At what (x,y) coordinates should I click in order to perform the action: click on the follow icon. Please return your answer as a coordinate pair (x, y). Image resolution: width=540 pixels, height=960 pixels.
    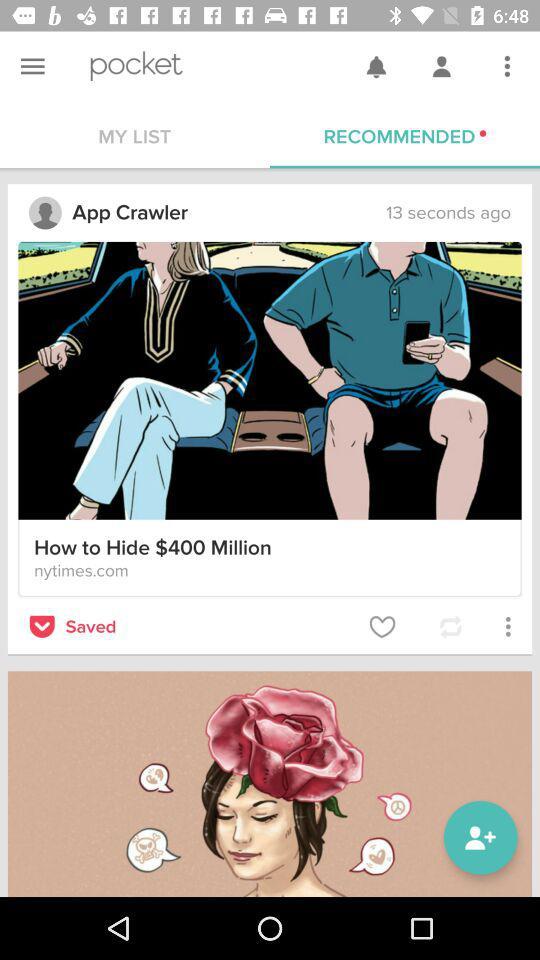
    Looking at the image, I should click on (479, 837).